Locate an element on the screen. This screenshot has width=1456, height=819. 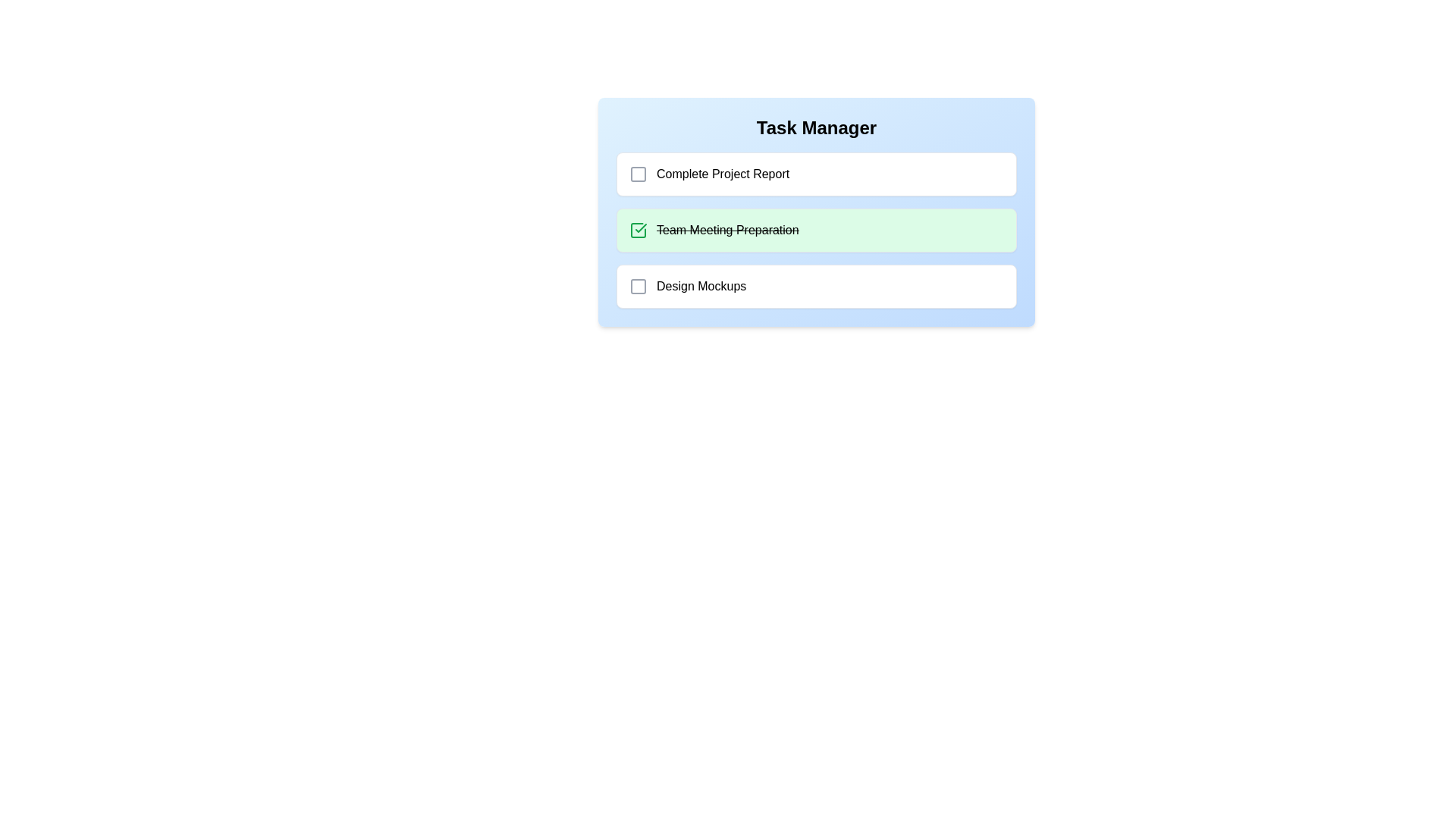
the gray square icon with a rounded stroke located to the left of the text 'Design Mockups' in the task list to interact with the associated task is located at coordinates (638, 287).